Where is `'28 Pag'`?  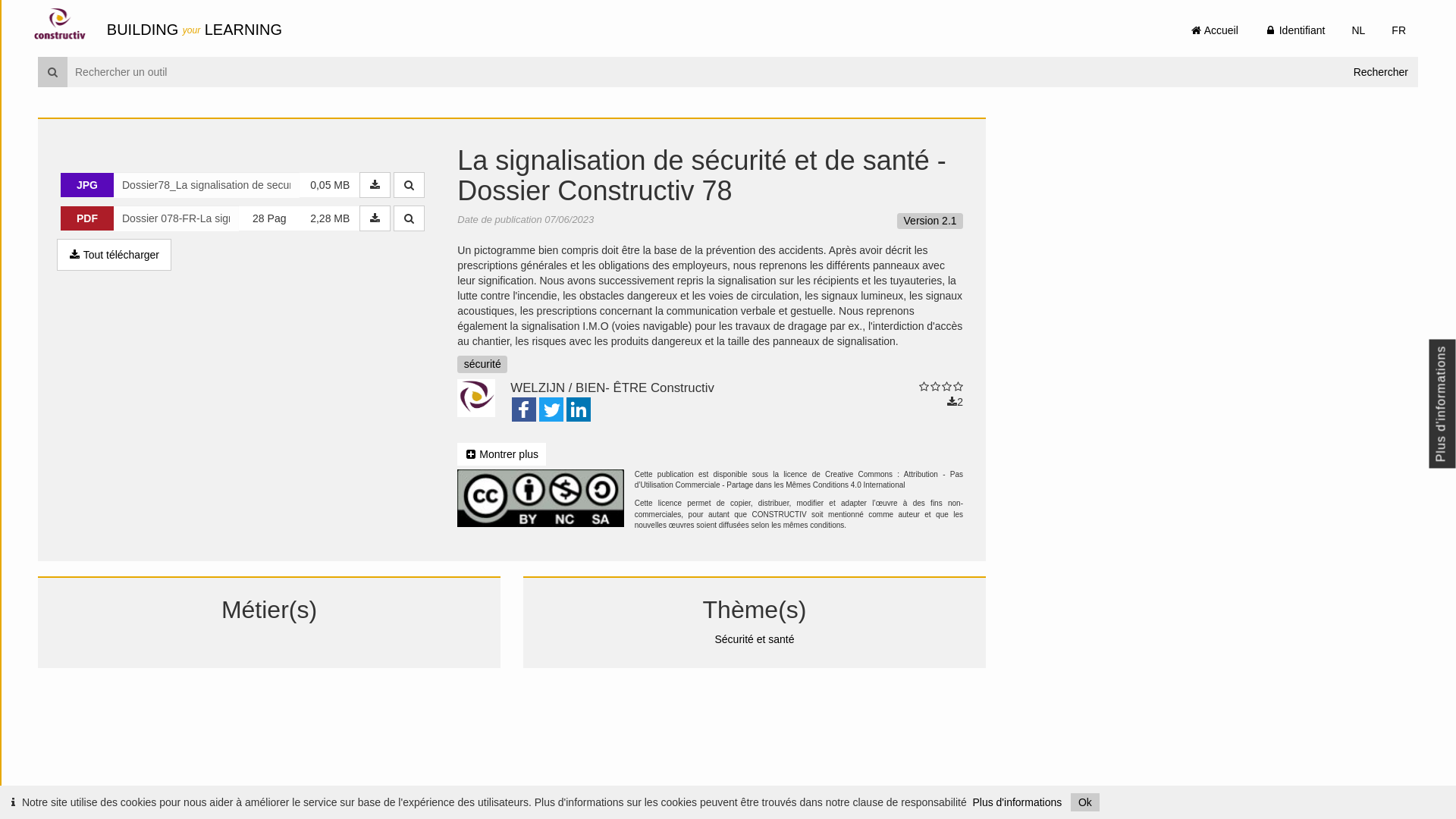
'28 Pag' is located at coordinates (269, 218).